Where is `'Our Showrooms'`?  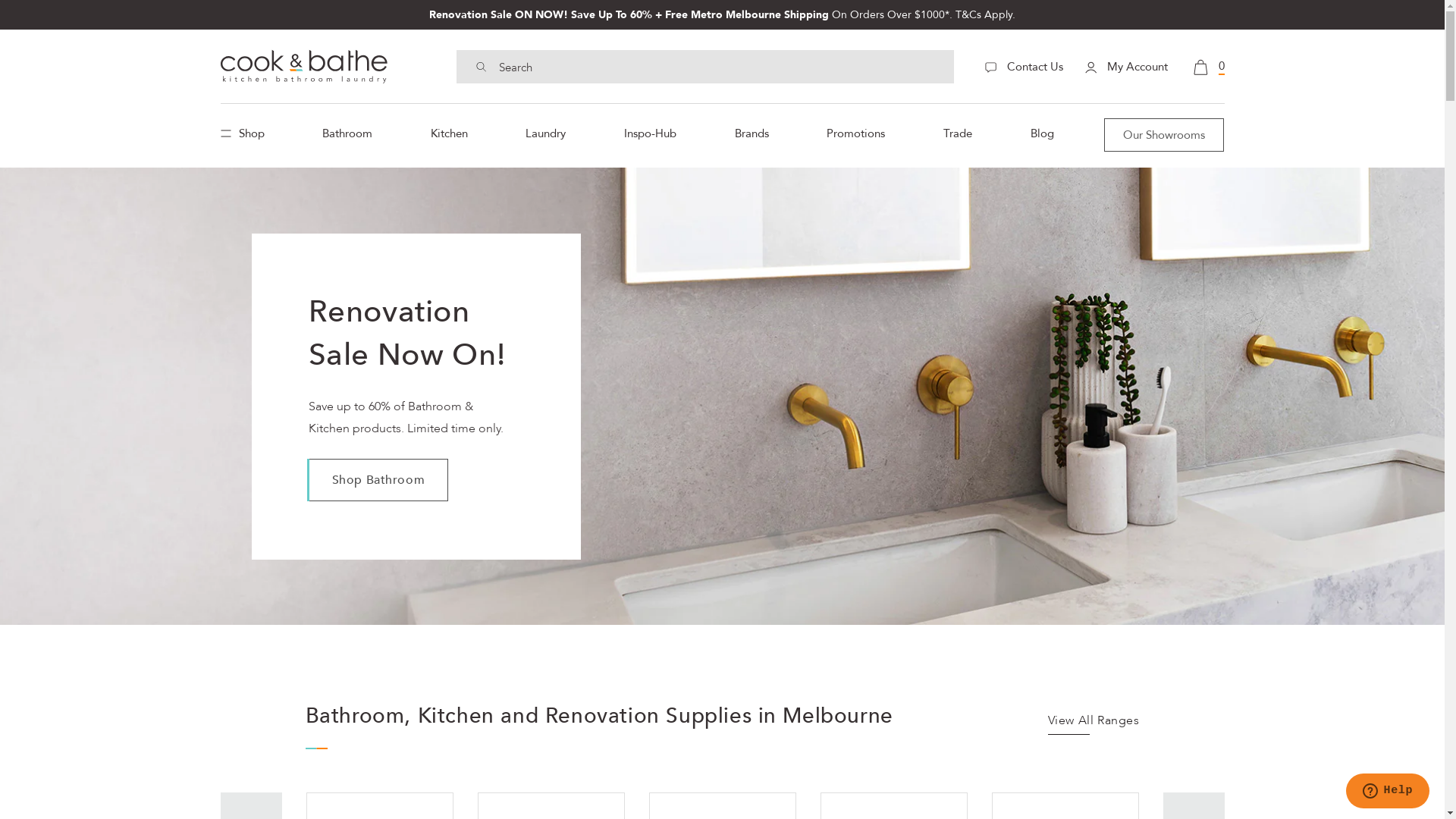 'Our Showrooms' is located at coordinates (1163, 133).